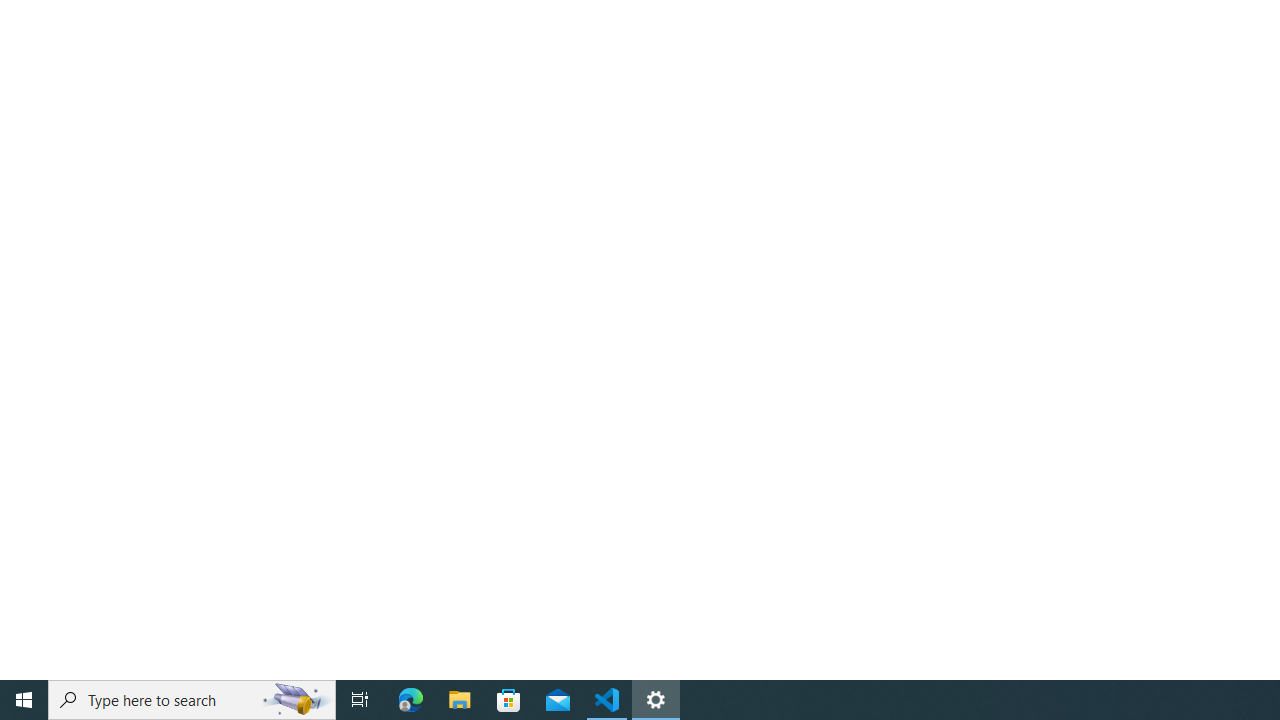  I want to click on 'Start', so click(24, 698).